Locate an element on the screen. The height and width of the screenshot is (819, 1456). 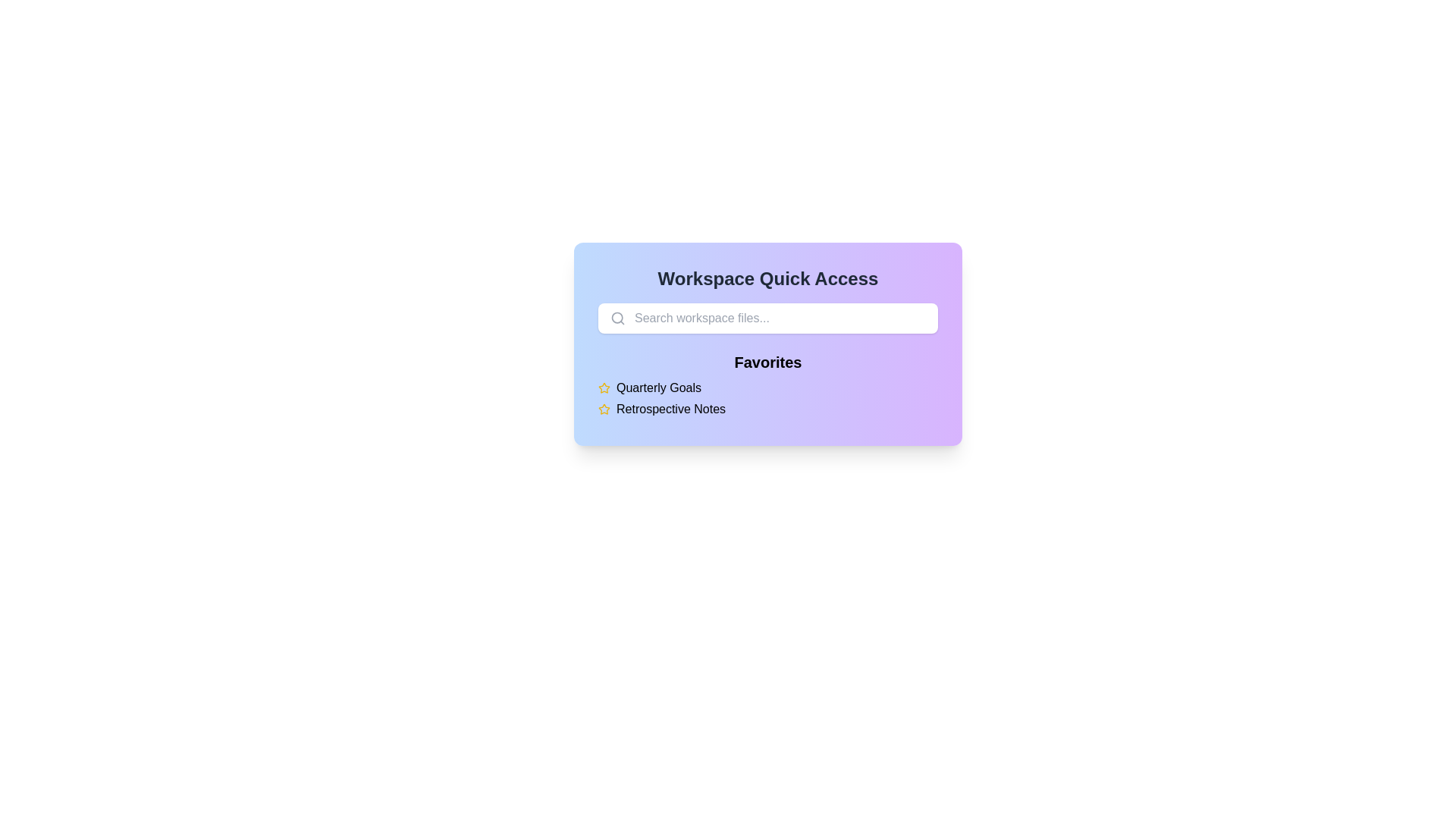
the star icon located to the left of the text 'Retrospective Notes' in the 'Favorites' section to interact with it is located at coordinates (603, 409).